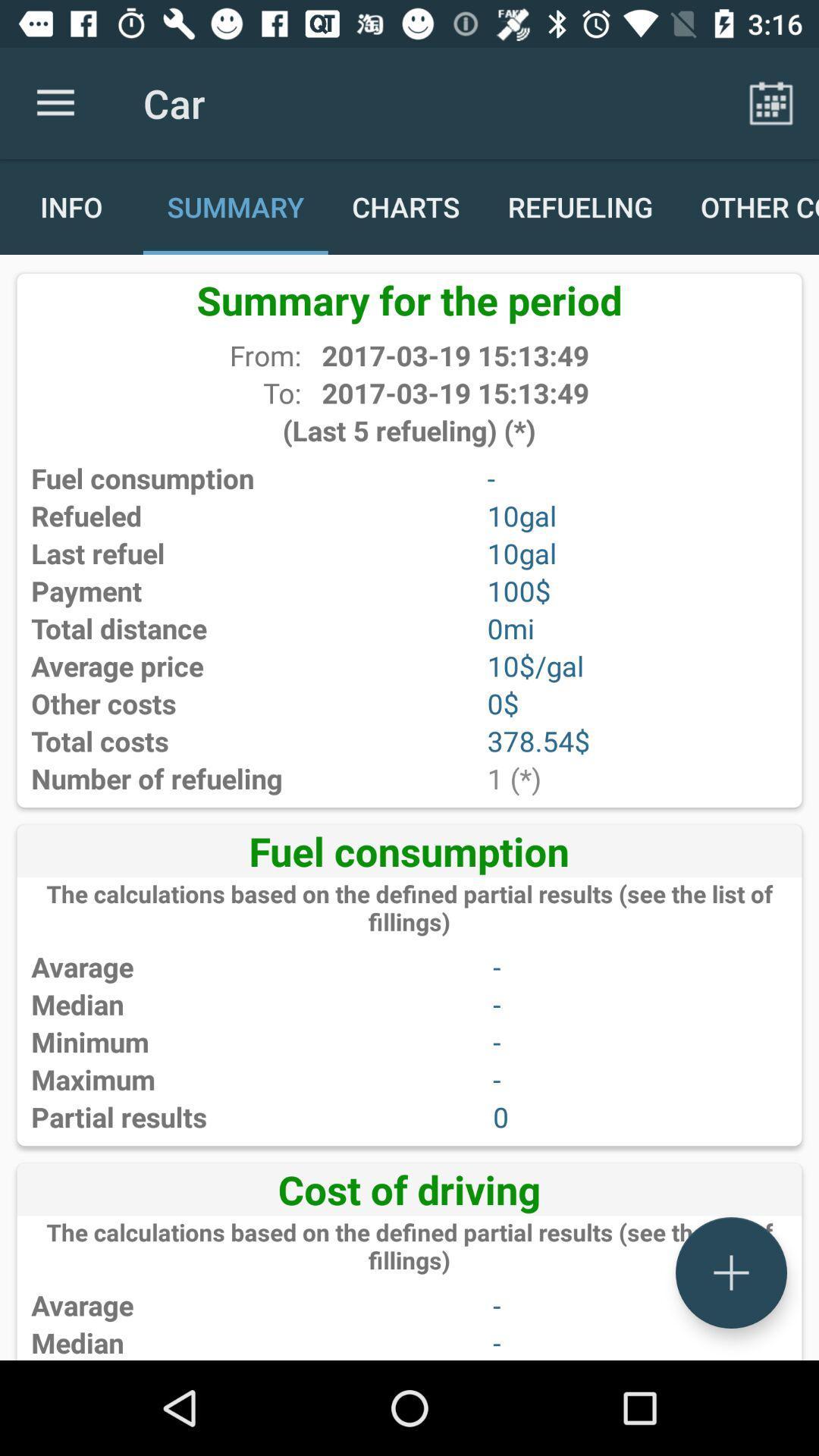  What do you see at coordinates (771, 102) in the screenshot?
I see `item to the right of the car icon` at bounding box center [771, 102].